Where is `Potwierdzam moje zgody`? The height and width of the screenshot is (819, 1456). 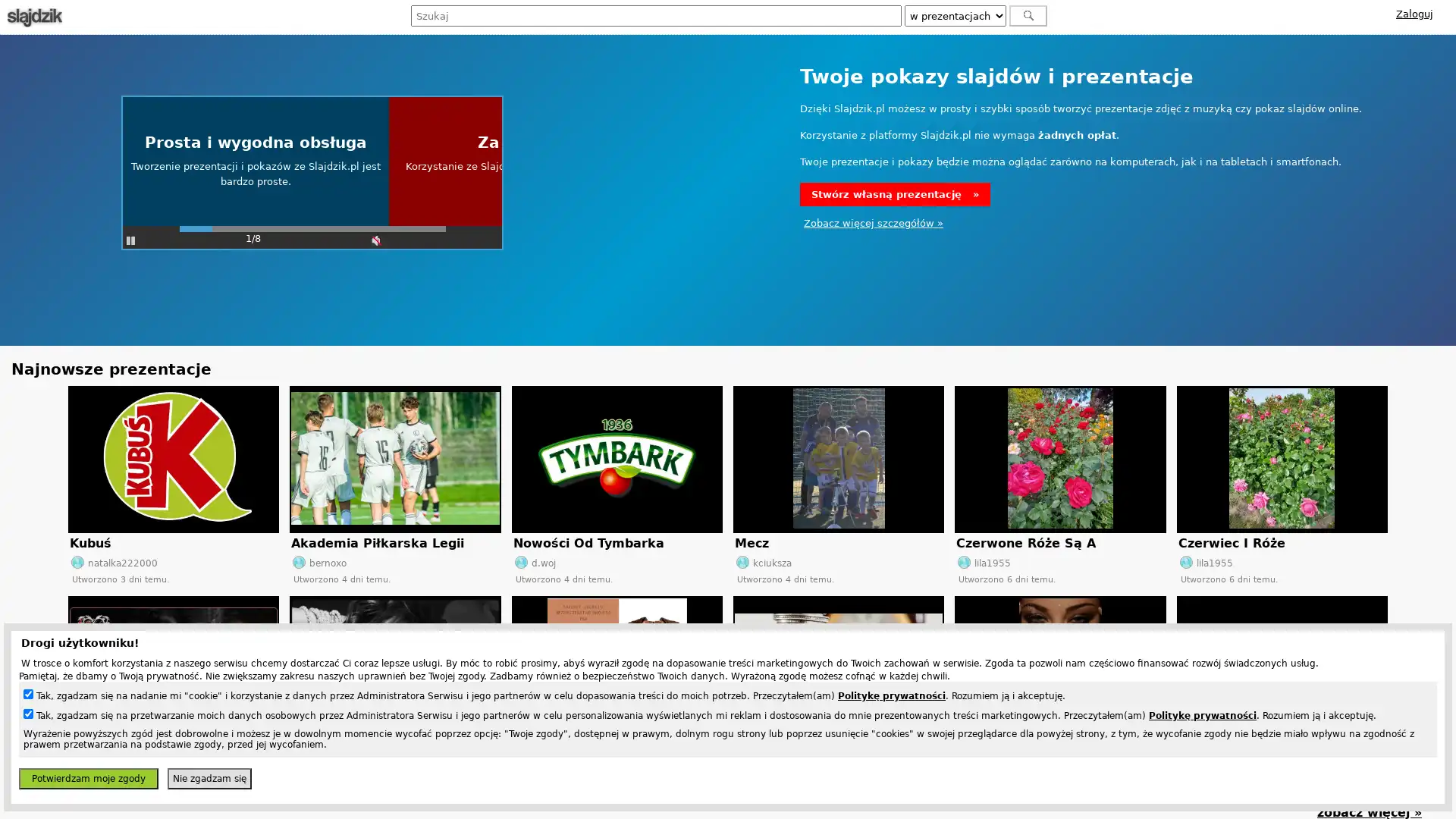 Potwierdzam moje zgody is located at coordinates (87, 778).